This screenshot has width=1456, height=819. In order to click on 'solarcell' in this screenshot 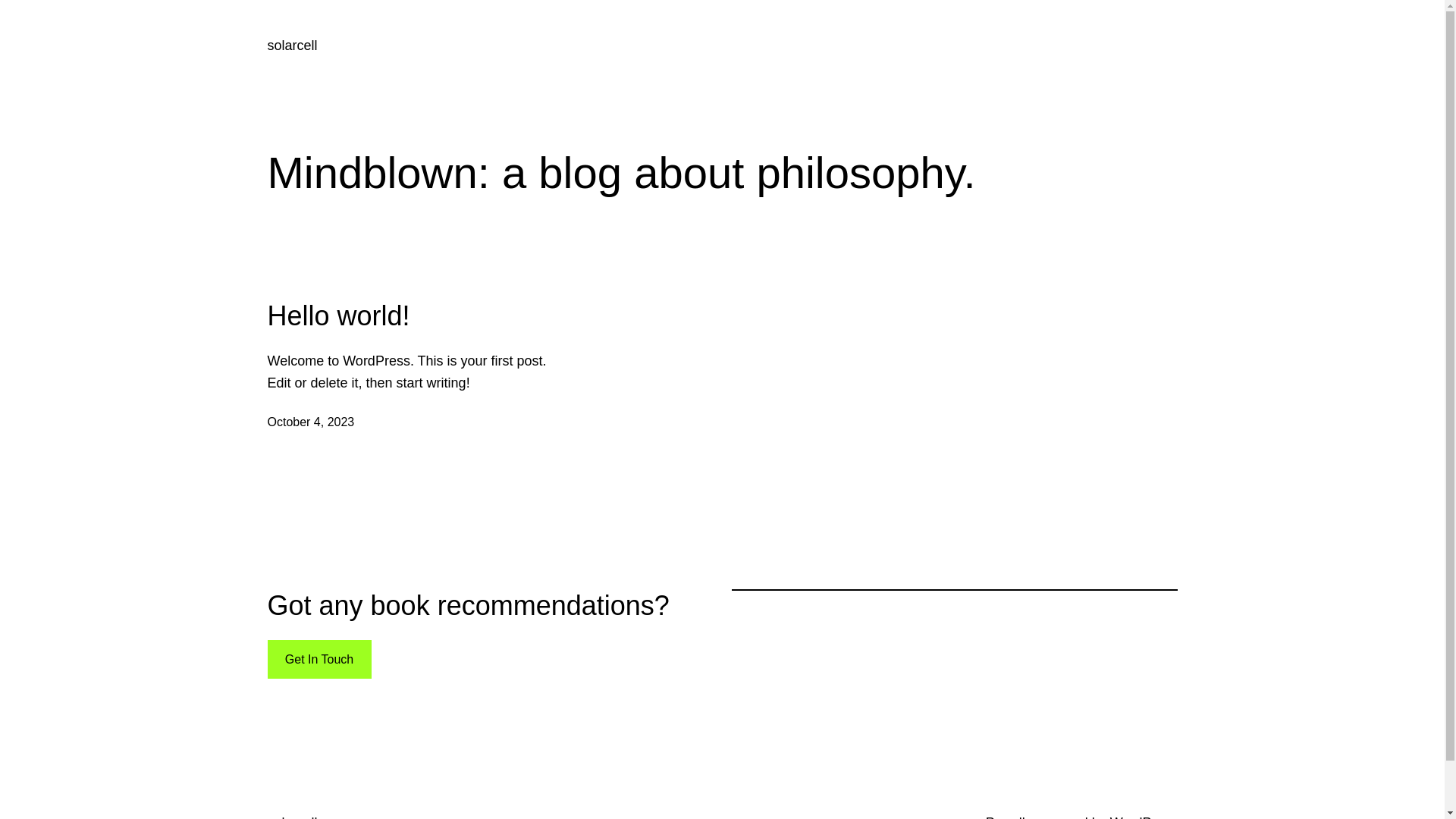, I will do `click(291, 45)`.